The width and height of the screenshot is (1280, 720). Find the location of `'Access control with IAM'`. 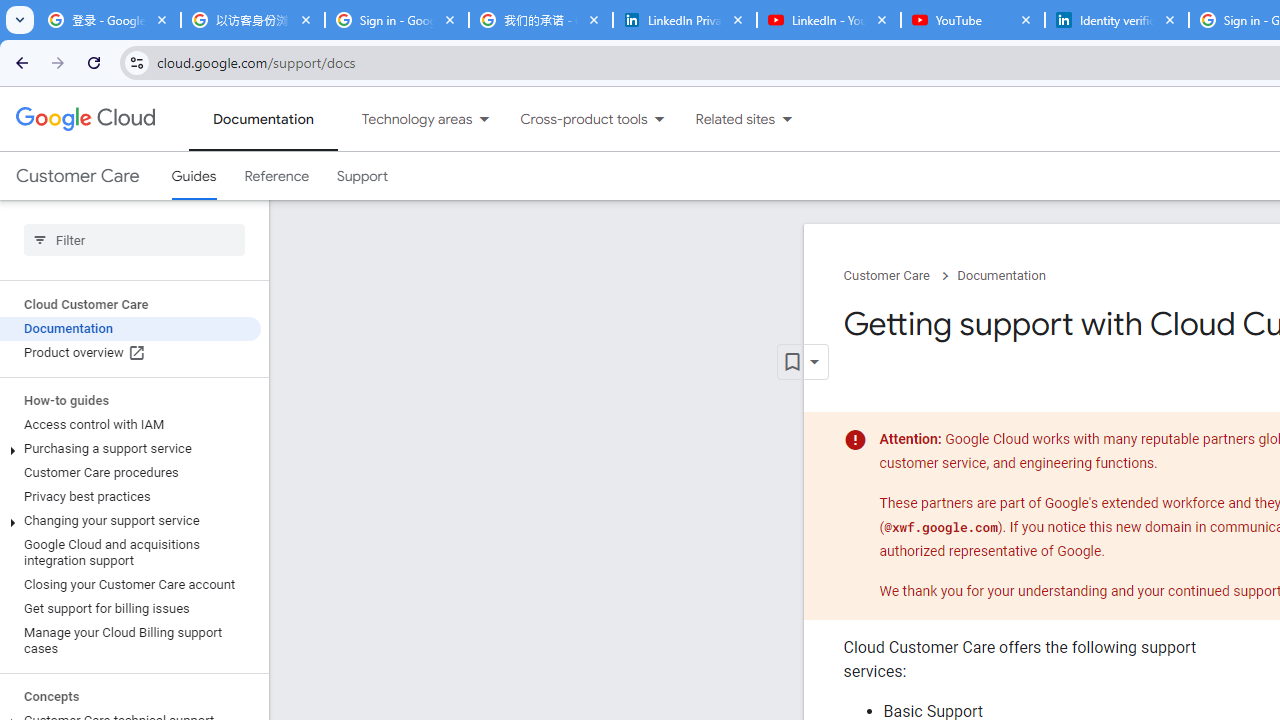

'Access control with IAM' is located at coordinates (129, 424).